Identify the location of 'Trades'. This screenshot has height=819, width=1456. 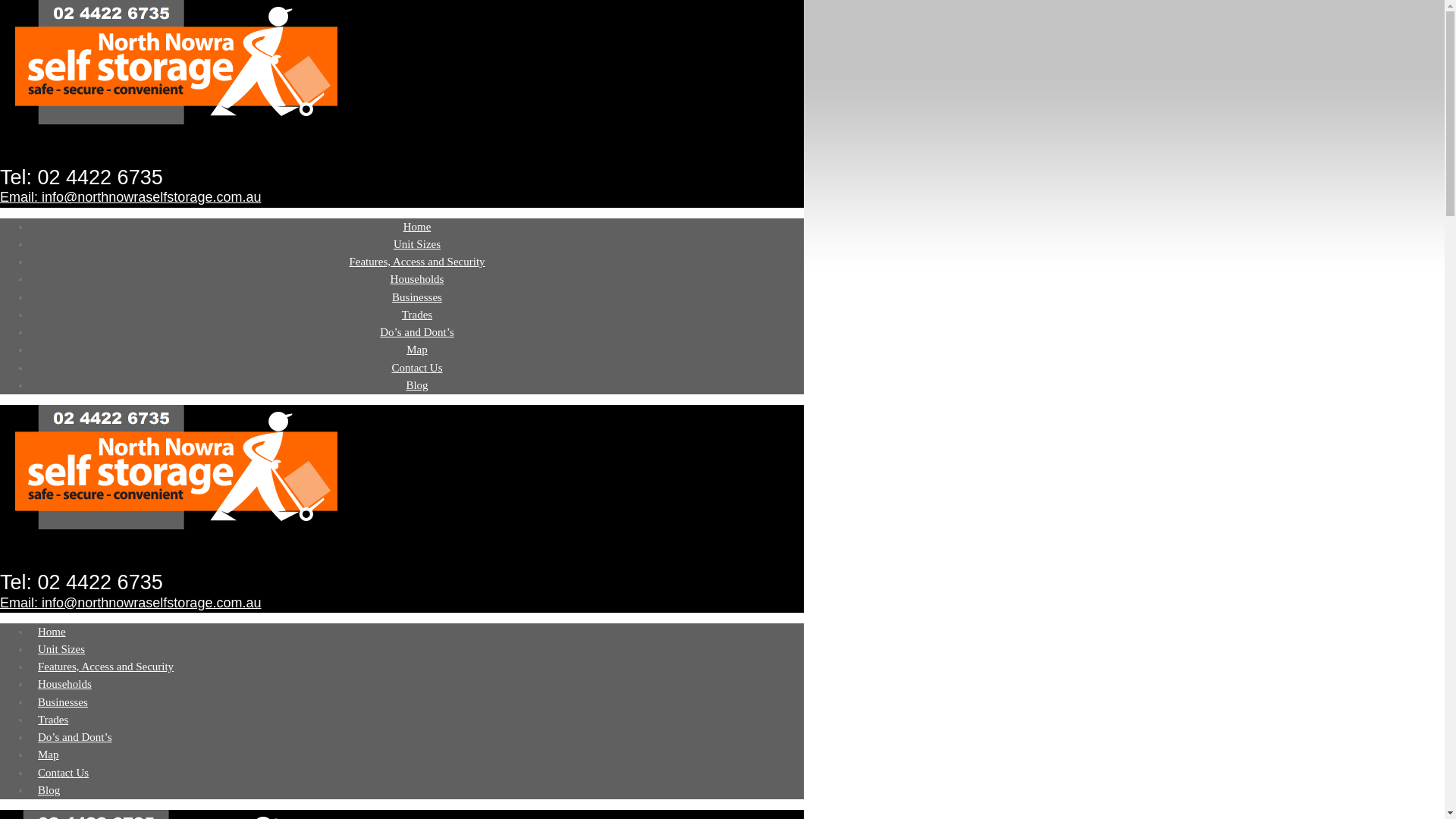
(53, 718).